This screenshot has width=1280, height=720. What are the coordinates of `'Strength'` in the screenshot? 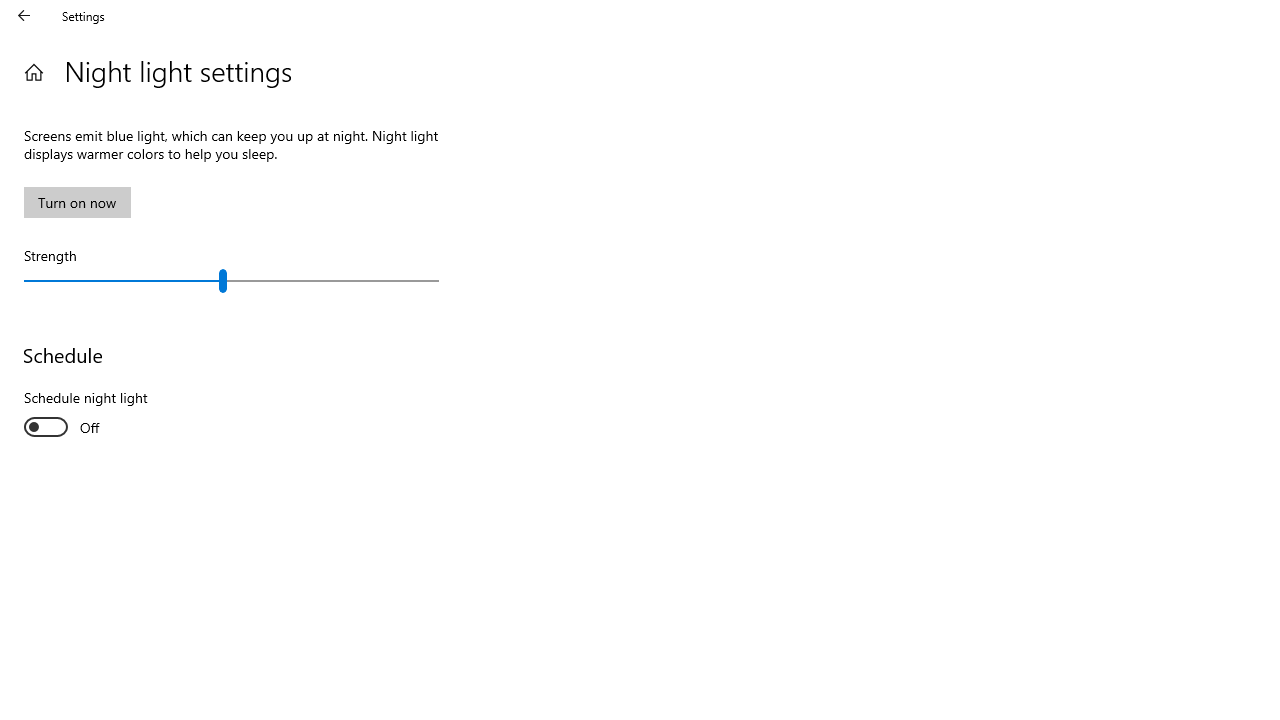 It's located at (231, 280).